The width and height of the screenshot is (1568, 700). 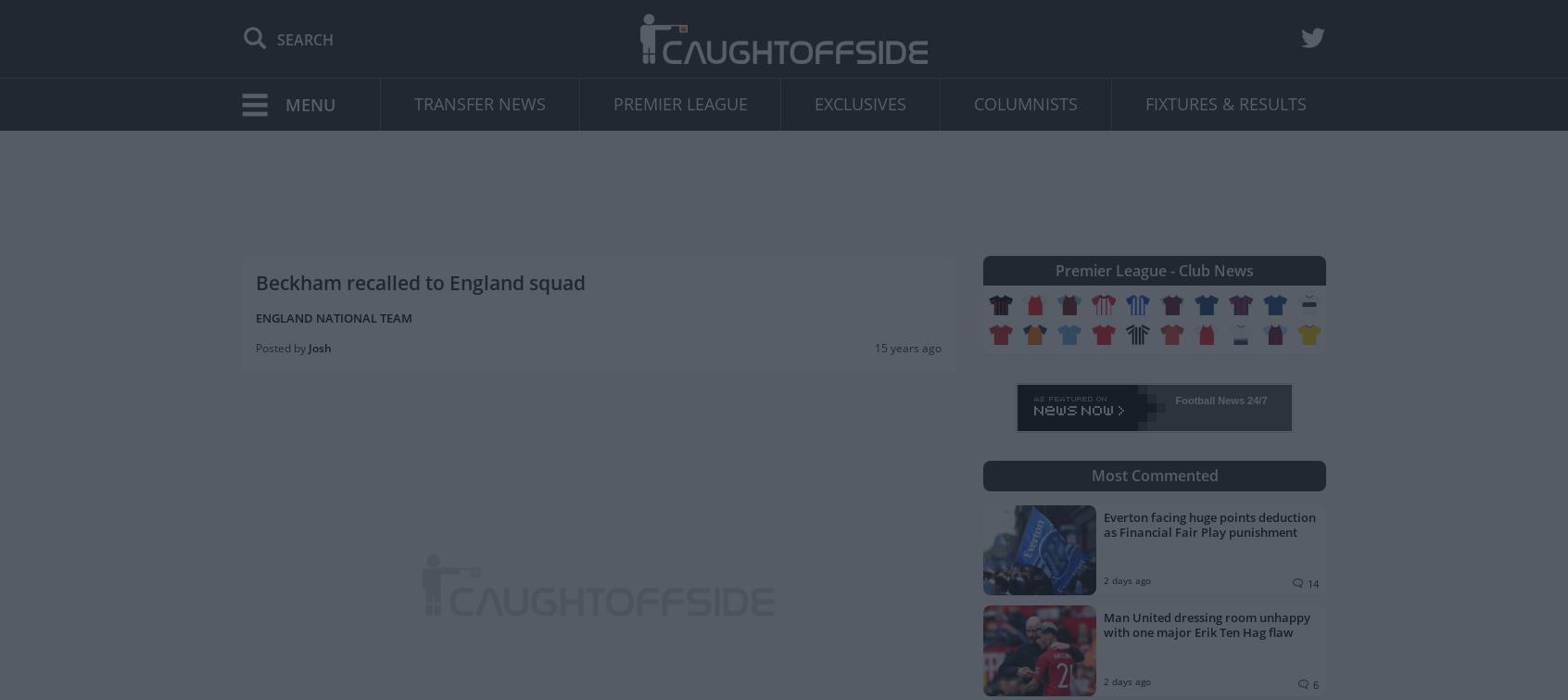 I want to click on 'Transfer News', so click(x=479, y=103).